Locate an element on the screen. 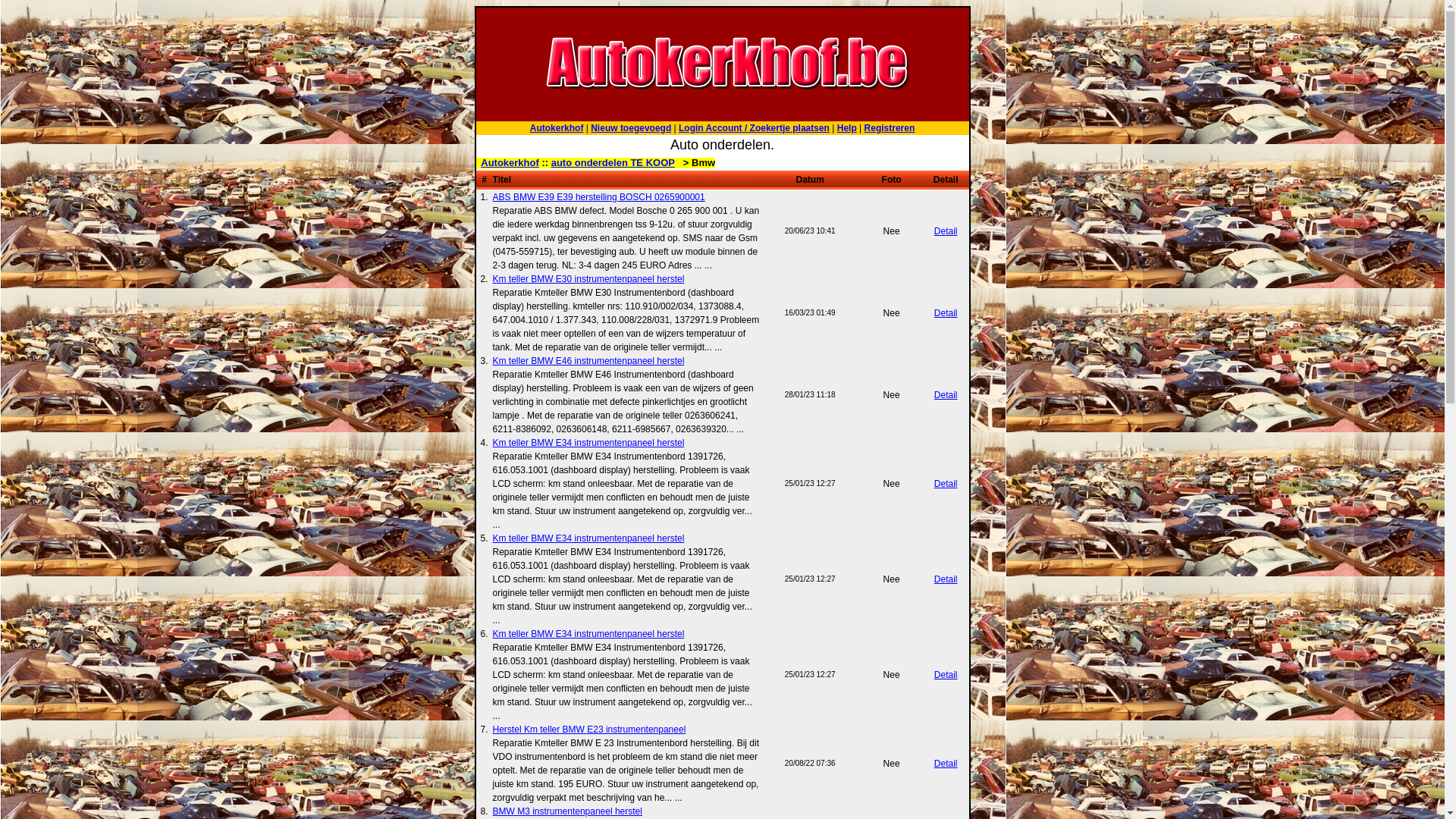 Image resolution: width=1456 pixels, height=819 pixels. 'auto onderdelen TE KOOP' is located at coordinates (613, 162).